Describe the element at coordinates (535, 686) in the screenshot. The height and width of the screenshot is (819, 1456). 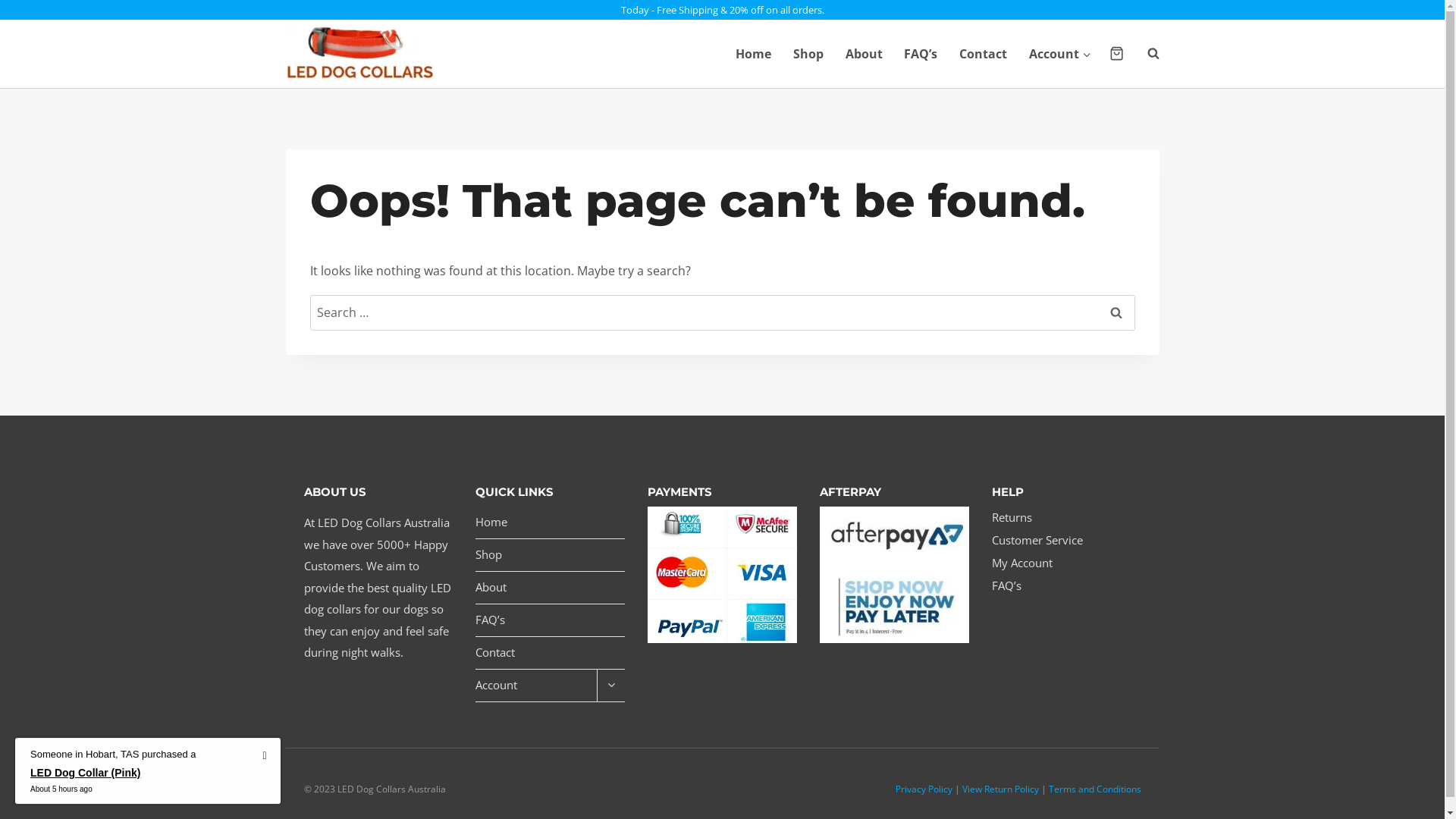
I see `'Account'` at that location.